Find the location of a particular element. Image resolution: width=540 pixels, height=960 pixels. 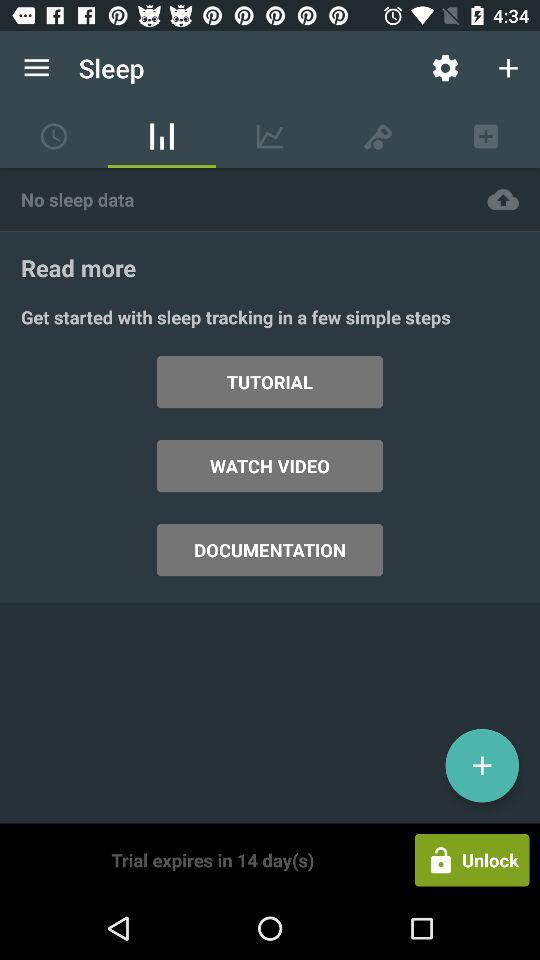

icon above the read more is located at coordinates (232, 199).